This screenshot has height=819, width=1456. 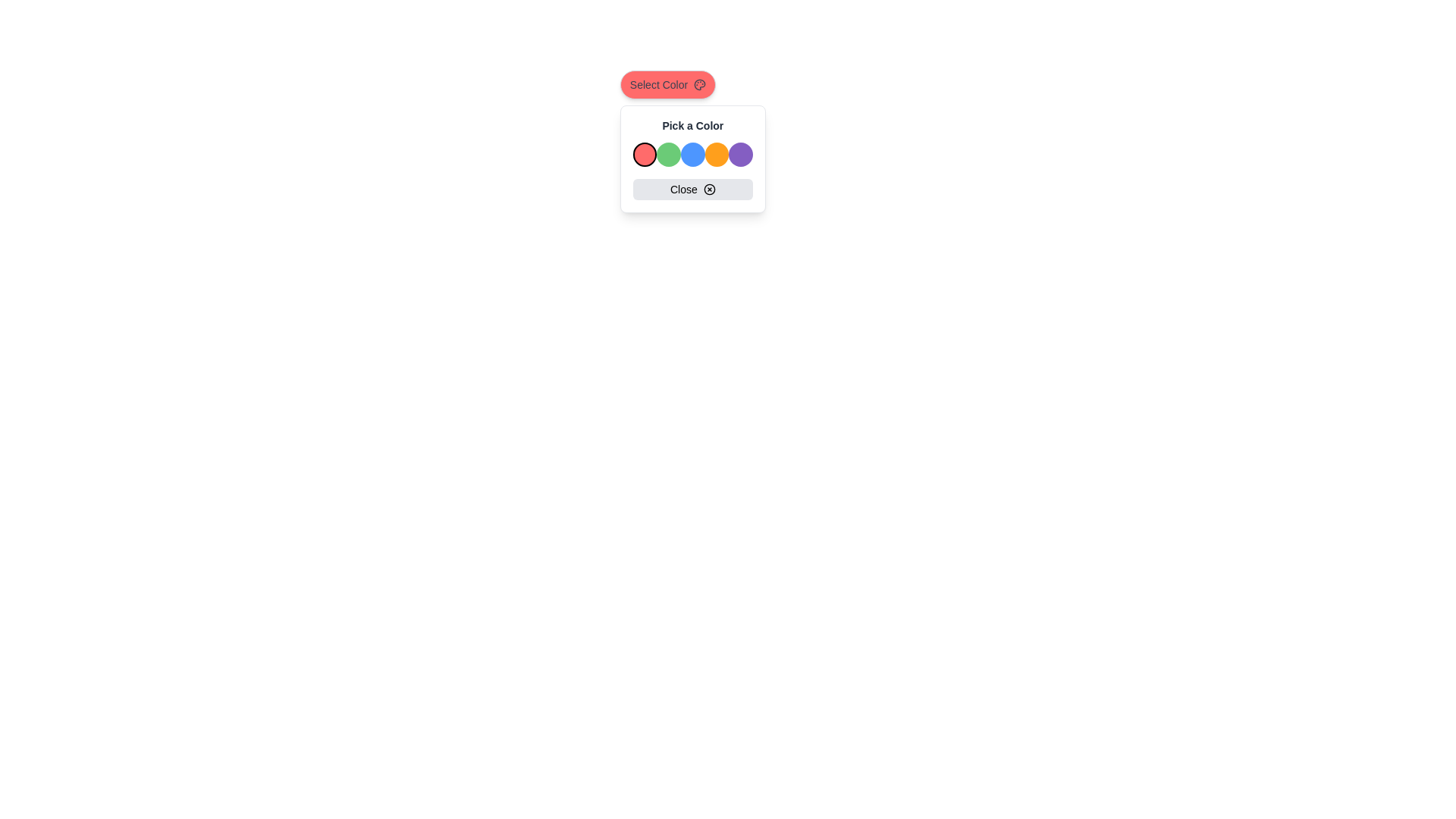 What do you see at coordinates (708, 189) in the screenshot?
I see `the close icon located within the 'Close' button in the color selection interface beneath the 'Pick a Color' label` at bounding box center [708, 189].